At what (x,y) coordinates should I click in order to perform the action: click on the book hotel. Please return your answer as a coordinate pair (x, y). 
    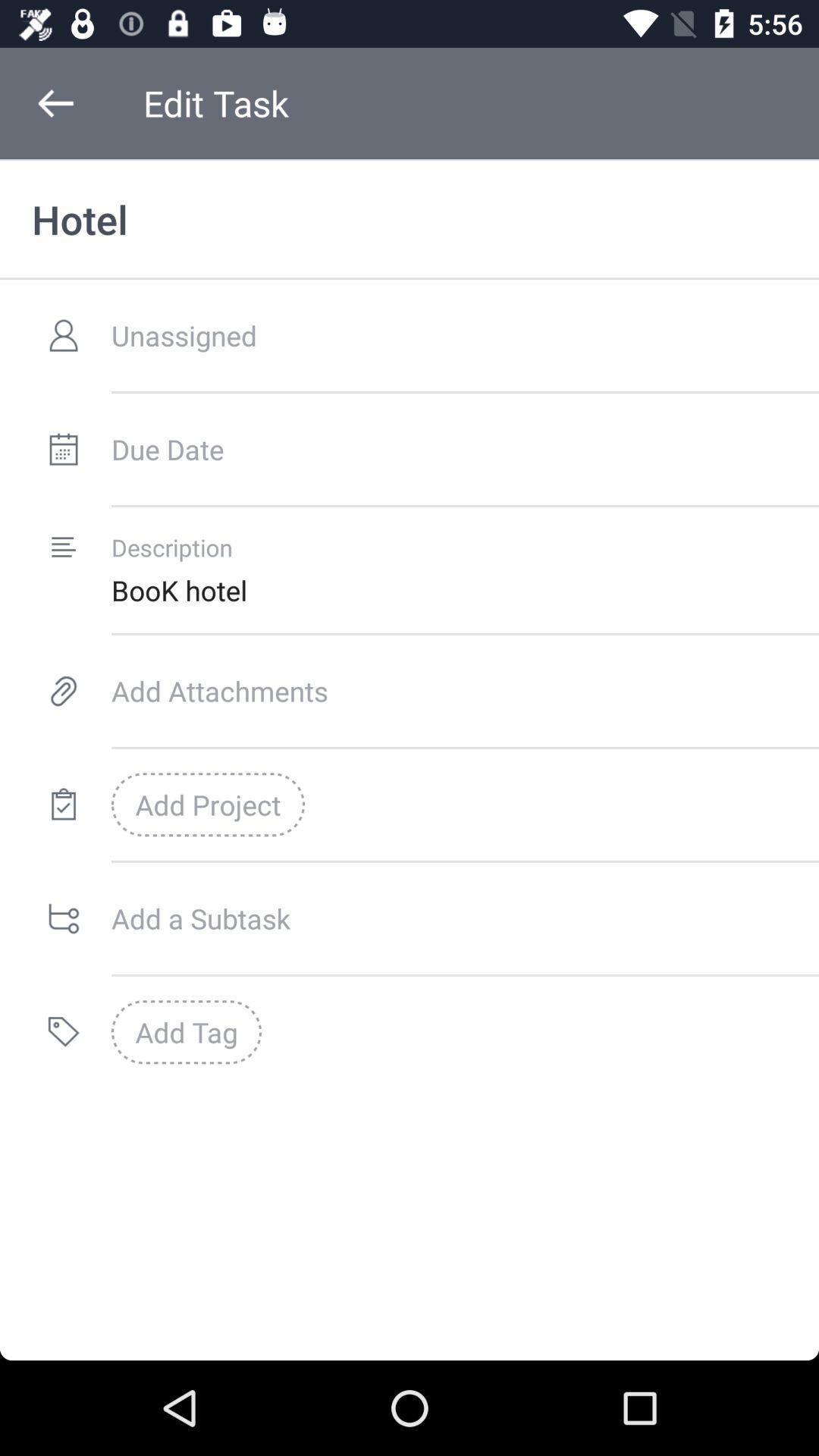
    Looking at the image, I should click on (464, 589).